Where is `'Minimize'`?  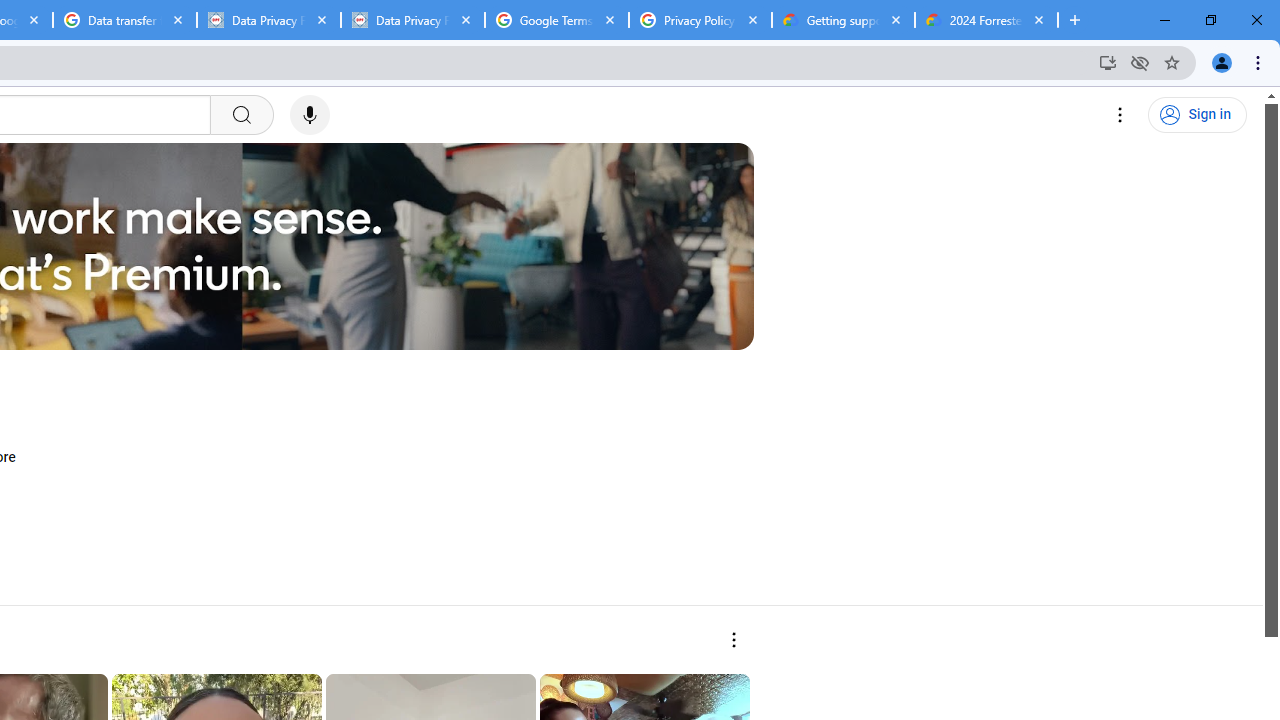
'Minimize' is located at coordinates (1165, 20).